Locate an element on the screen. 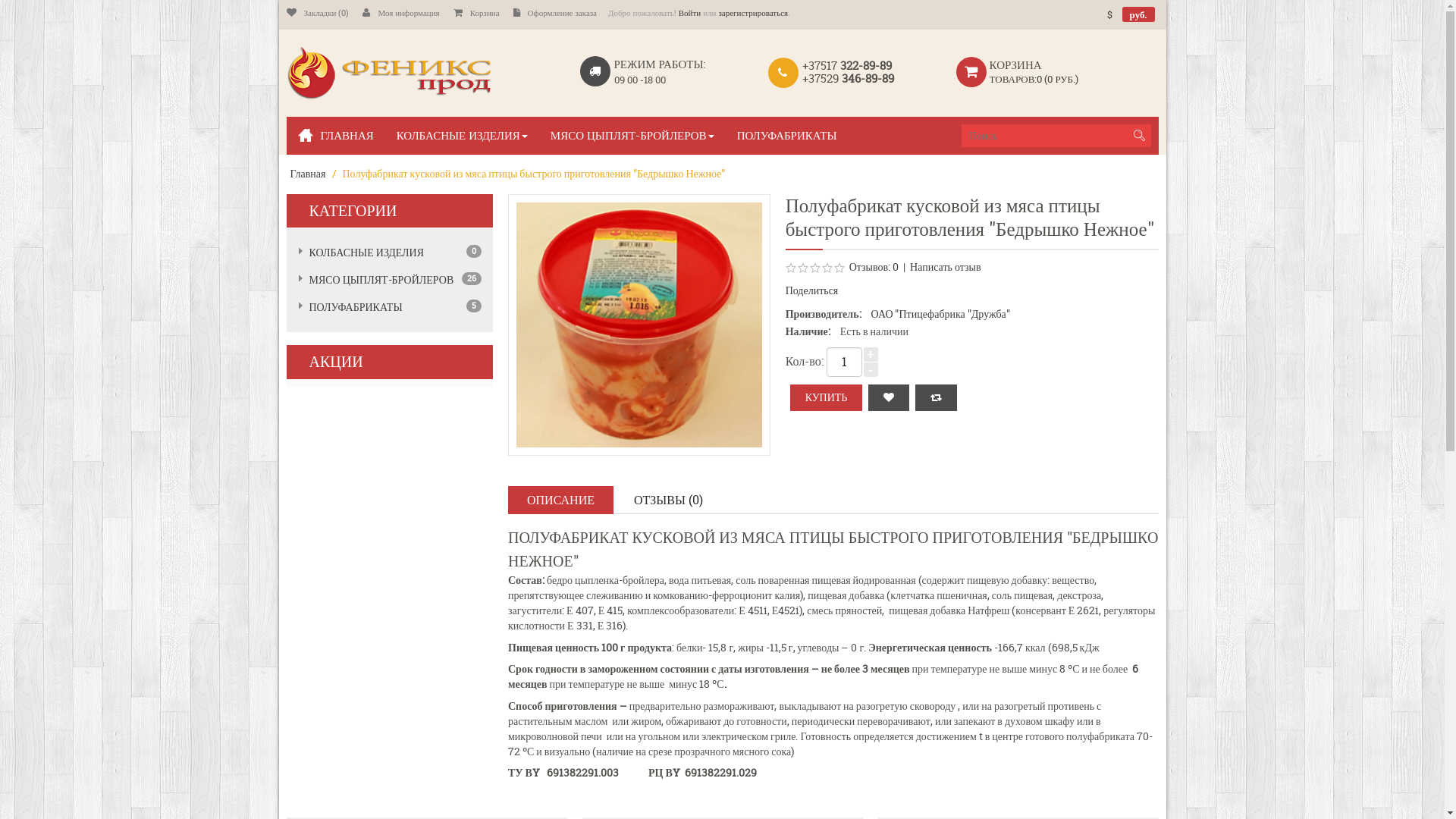  '$' is located at coordinates (1109, 14).